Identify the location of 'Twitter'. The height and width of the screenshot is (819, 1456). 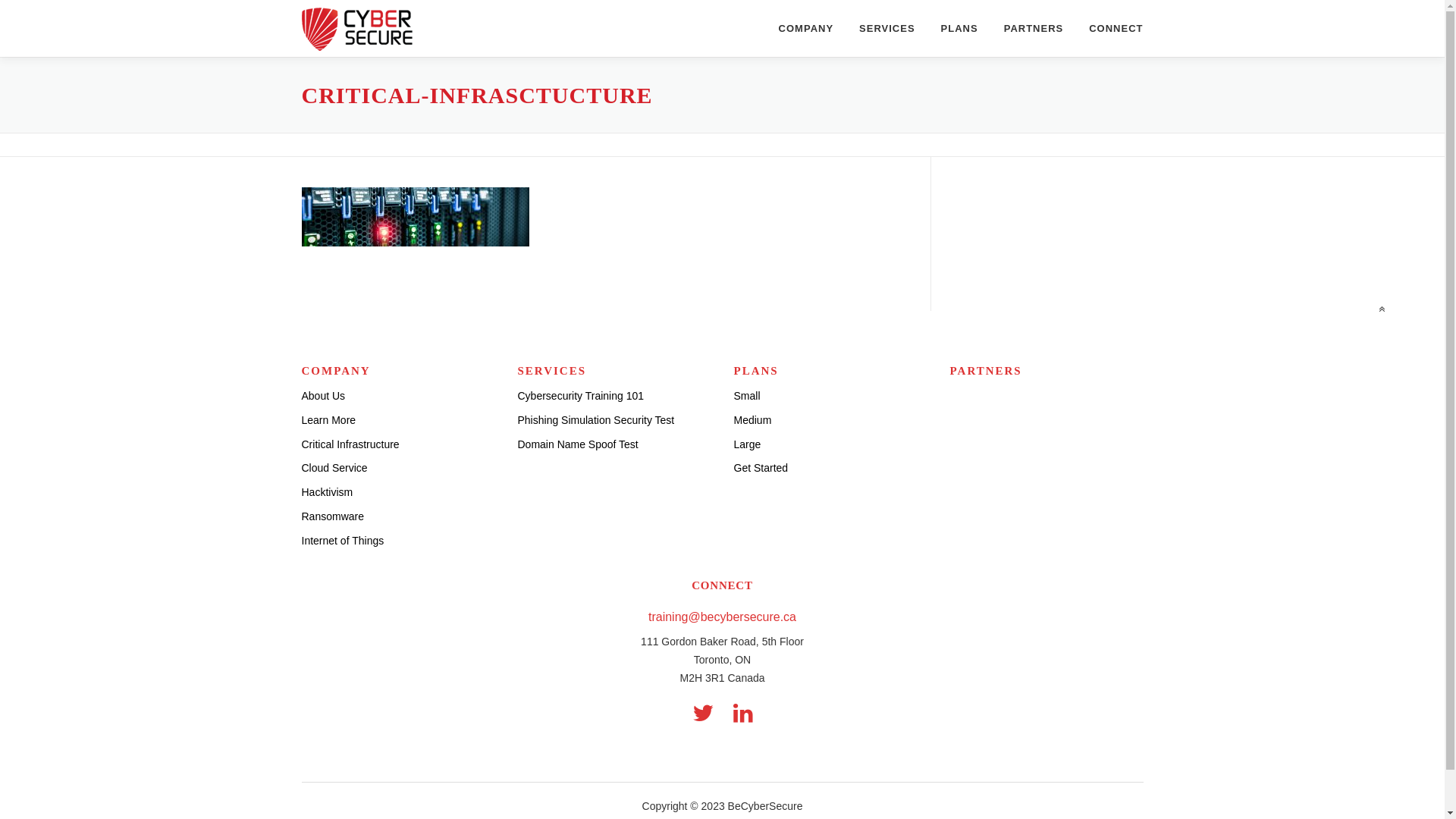
(701, 713).